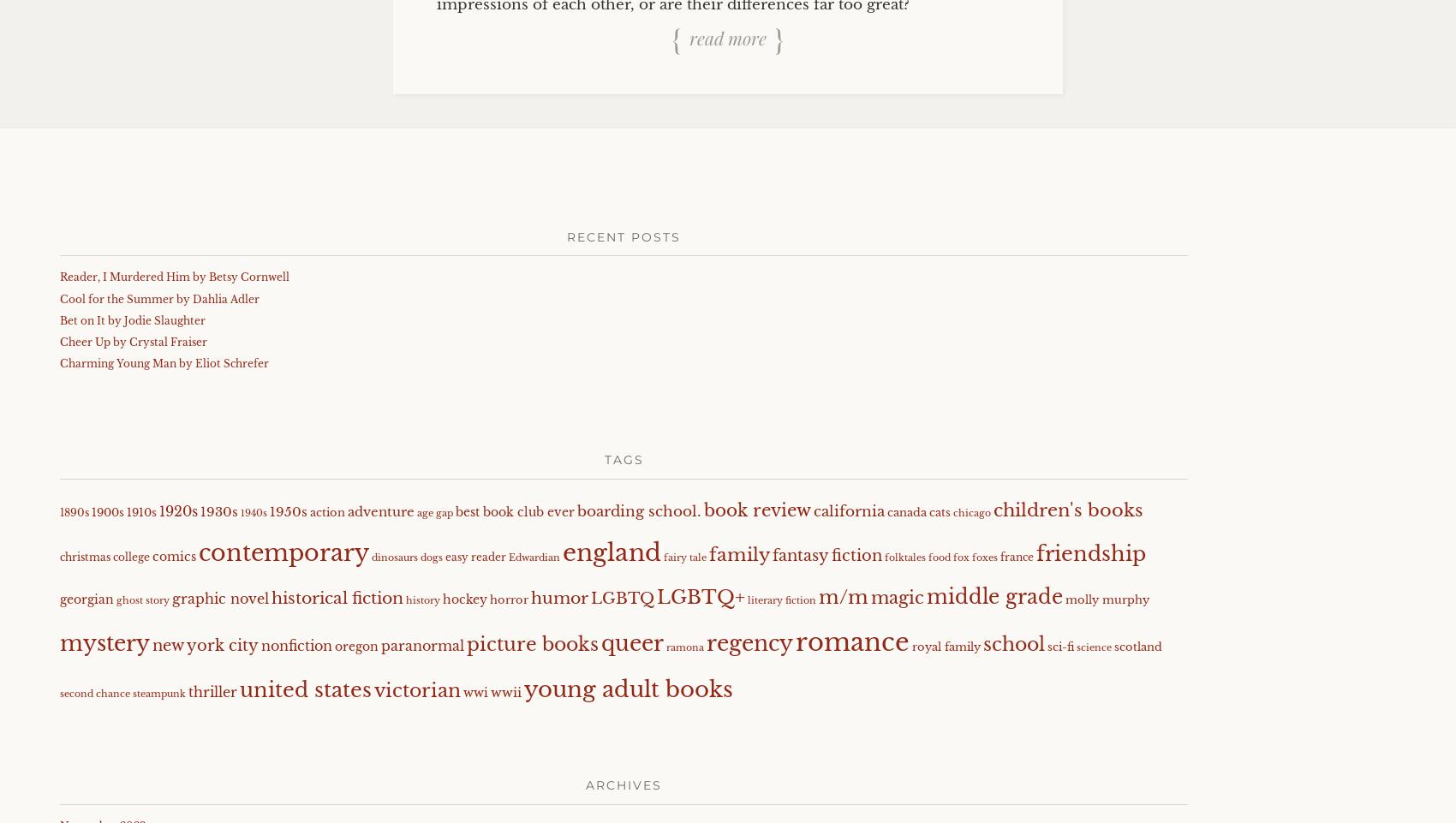 Image resolution: width=1456 pixels, height=823 pixels. Describe the element at coordinates (130, 555) in the screenshot. I see `'college'` at that location.